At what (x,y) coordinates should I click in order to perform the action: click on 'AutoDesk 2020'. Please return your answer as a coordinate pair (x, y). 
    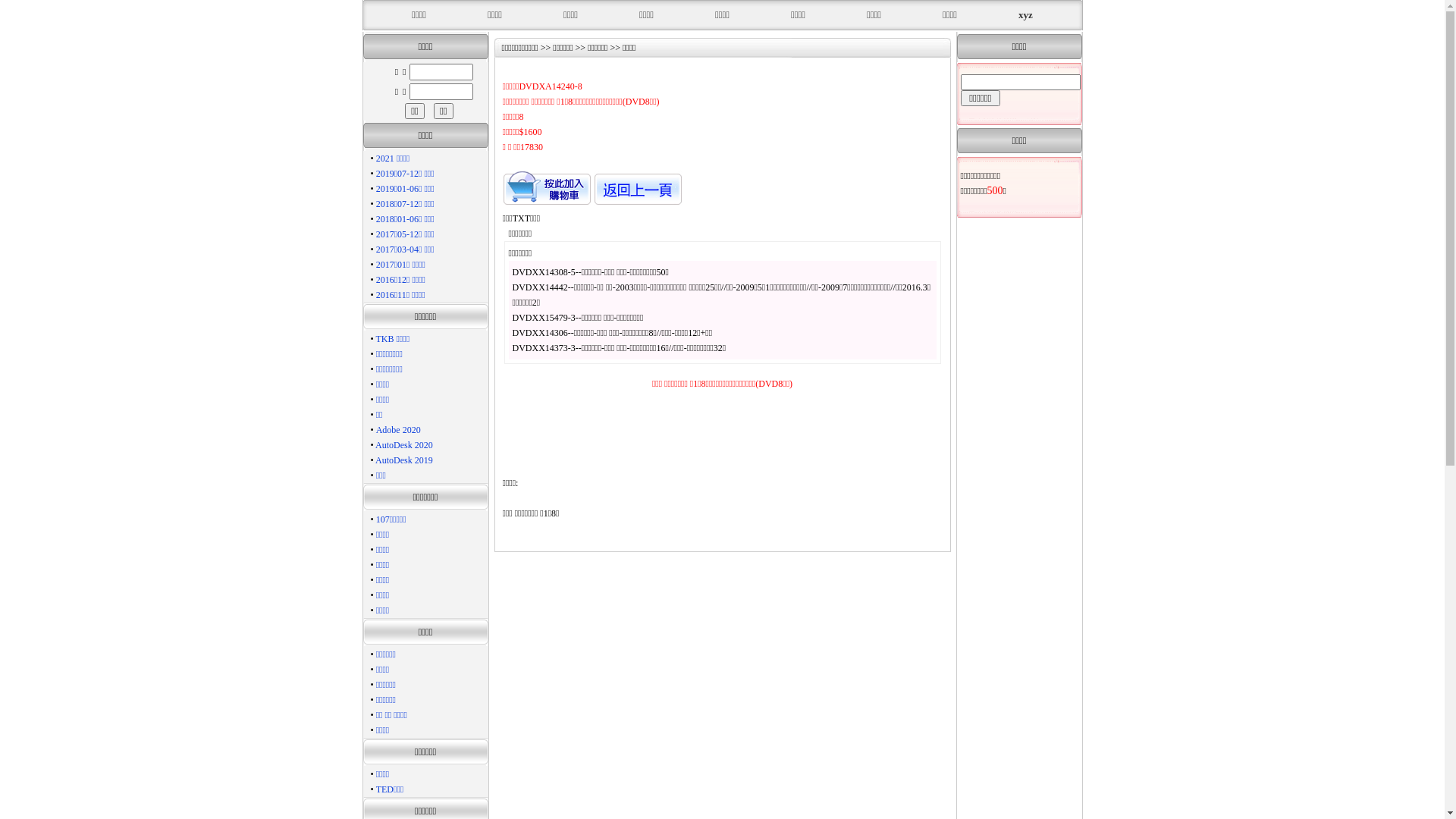
    Looking at the image, I should click on (403, 444).